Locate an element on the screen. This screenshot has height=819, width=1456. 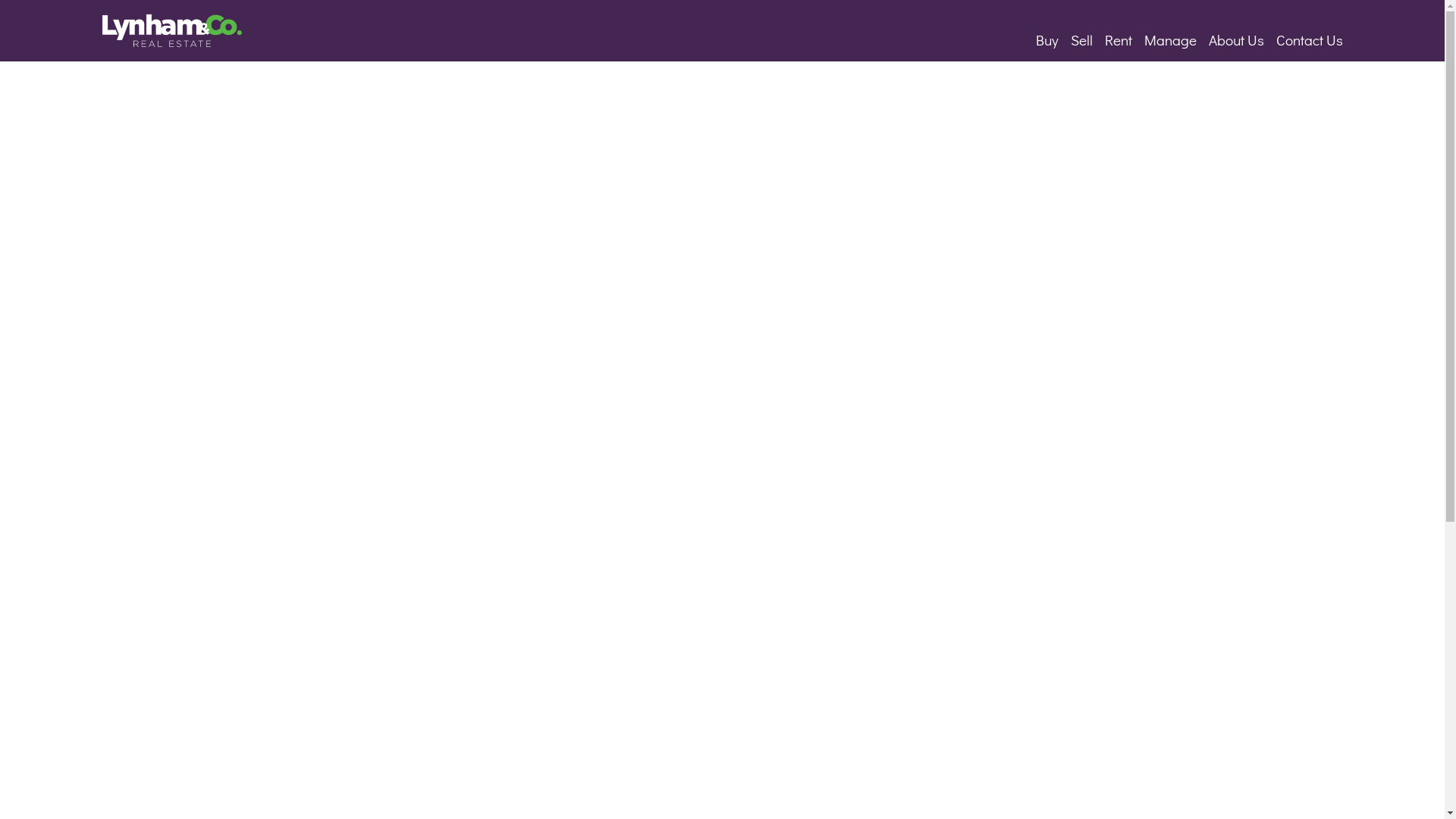
'Sell' is located at coordinates (1063, 39).